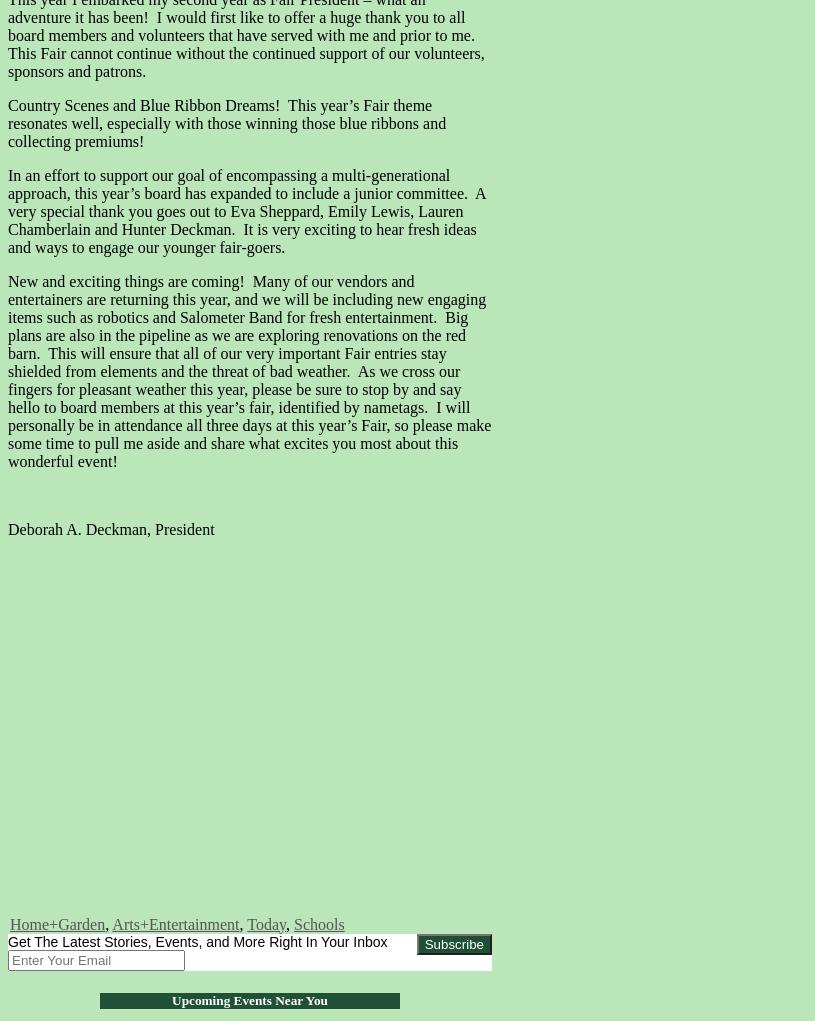  Describe the element at coordinates (110, 528) in the screenshot. I see `'Deborah A.
Deckman, President'` at that location.